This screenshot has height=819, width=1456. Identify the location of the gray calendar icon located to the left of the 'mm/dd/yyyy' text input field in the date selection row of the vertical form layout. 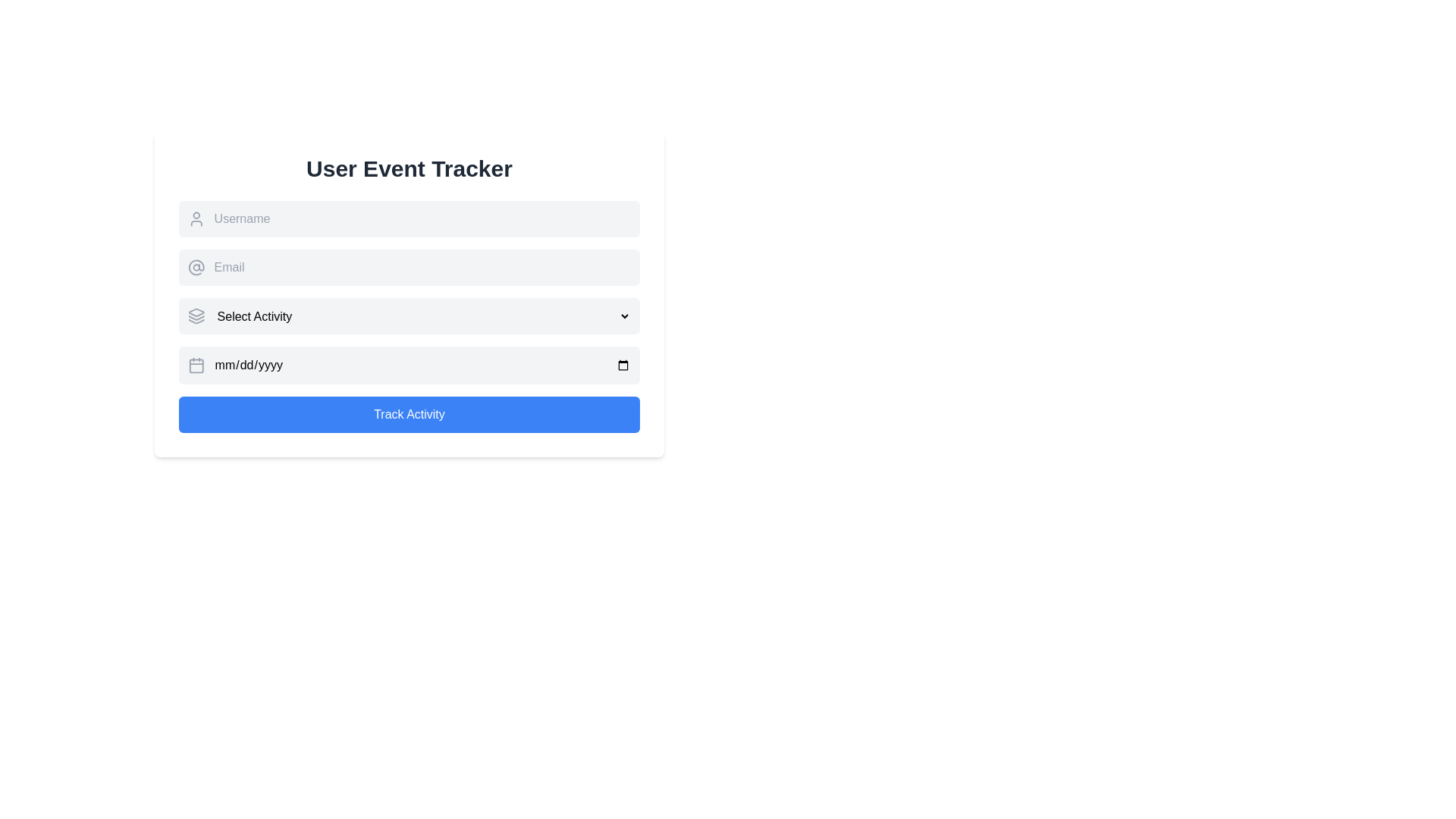
(196, 366).